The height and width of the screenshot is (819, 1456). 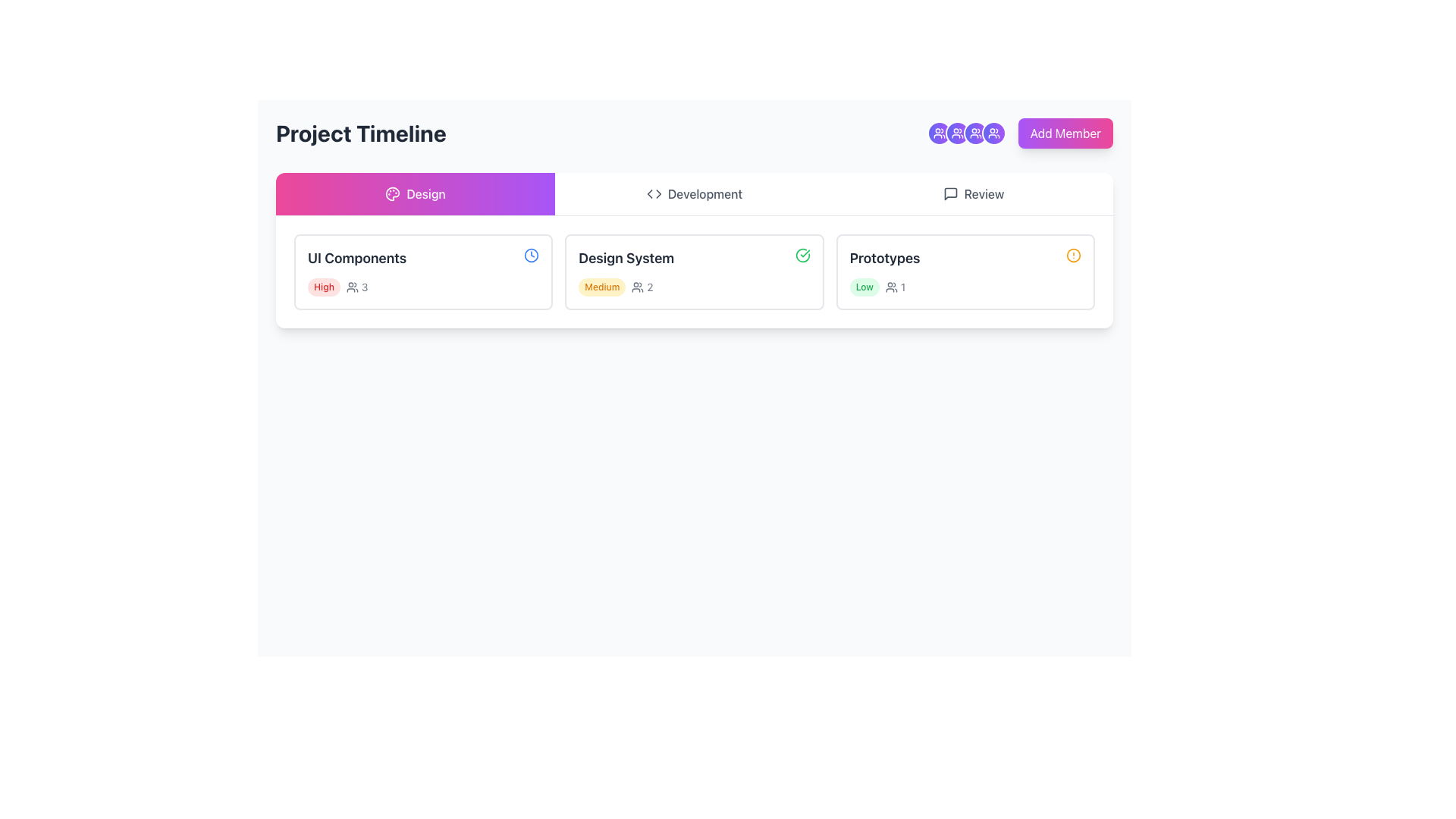 What do you see at coordinates (694, 193) in the screenshot?
I see `the label` at bounding box center [694, 193].